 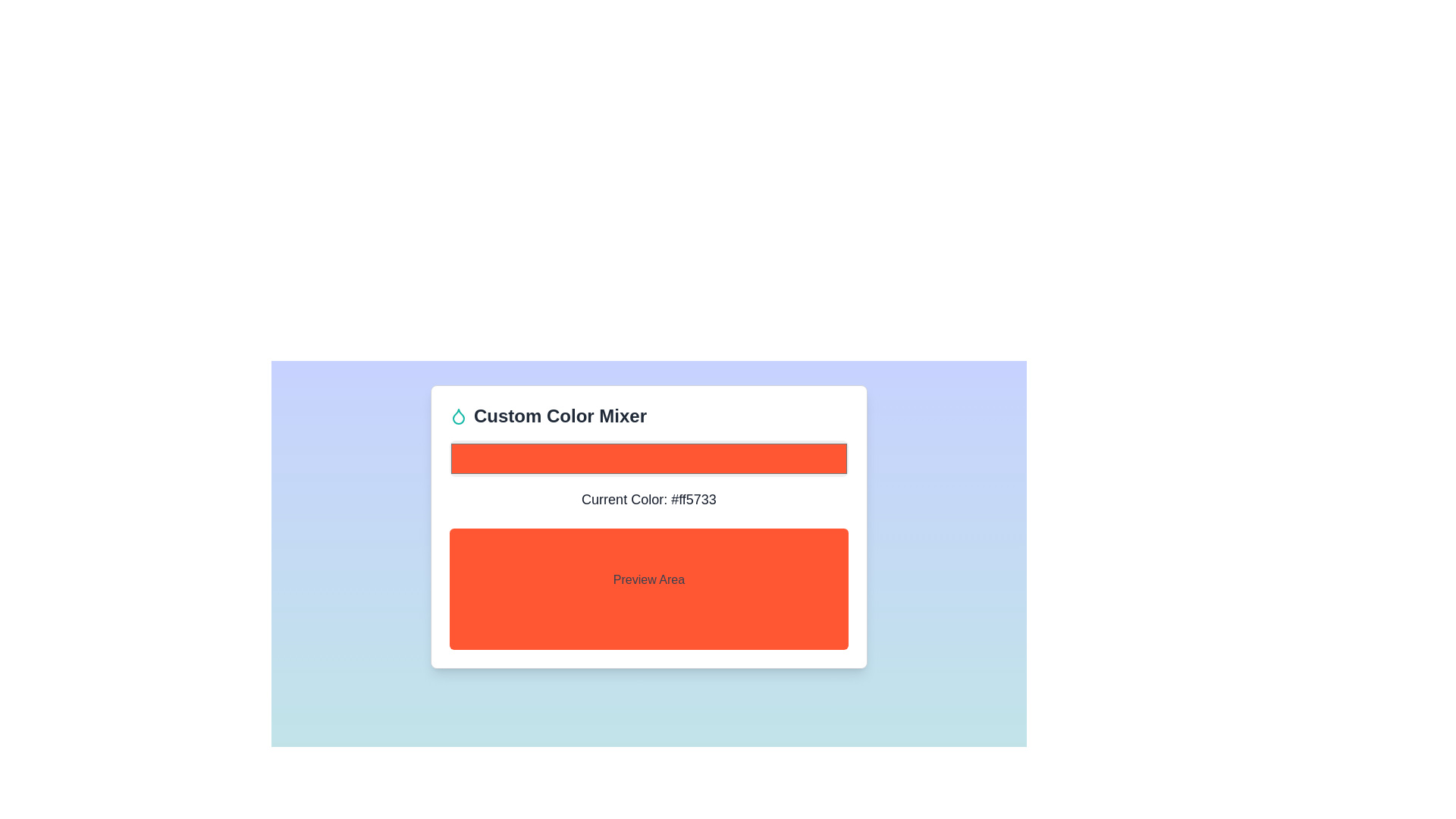 I want to click on the Decorative icon, which is a small water droplet-shaped icon filled with a gradient teal color, located to the left of the 'Custom Color Mixer' header in the white panel at the top of the application interface, so click(x=457, y=416).